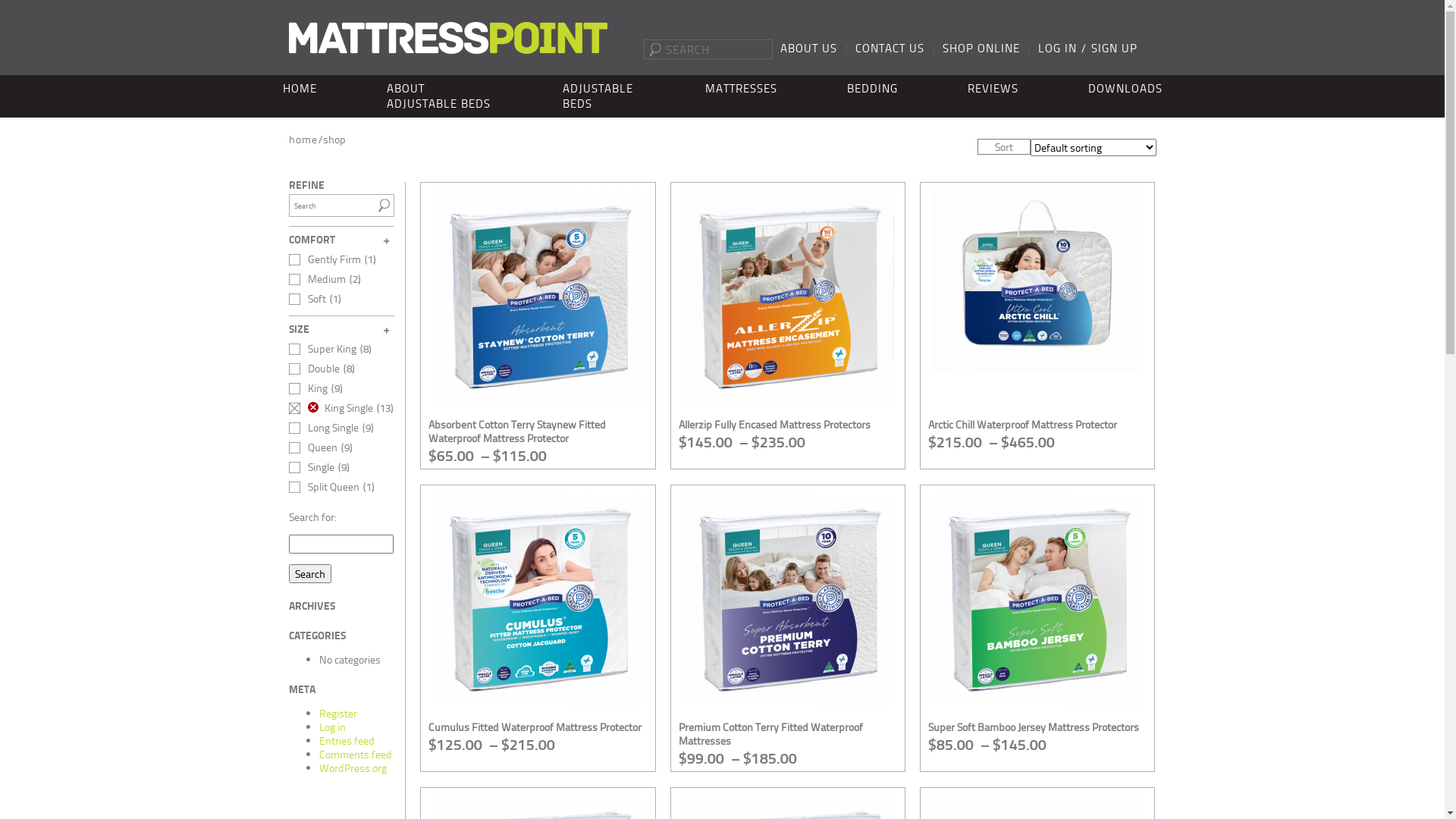 The image size is (1456, 819). What do you see at coordinates (669, 88) in the screenshot?
I see `'MATTRESSES'` at bounding box center [669, 88].